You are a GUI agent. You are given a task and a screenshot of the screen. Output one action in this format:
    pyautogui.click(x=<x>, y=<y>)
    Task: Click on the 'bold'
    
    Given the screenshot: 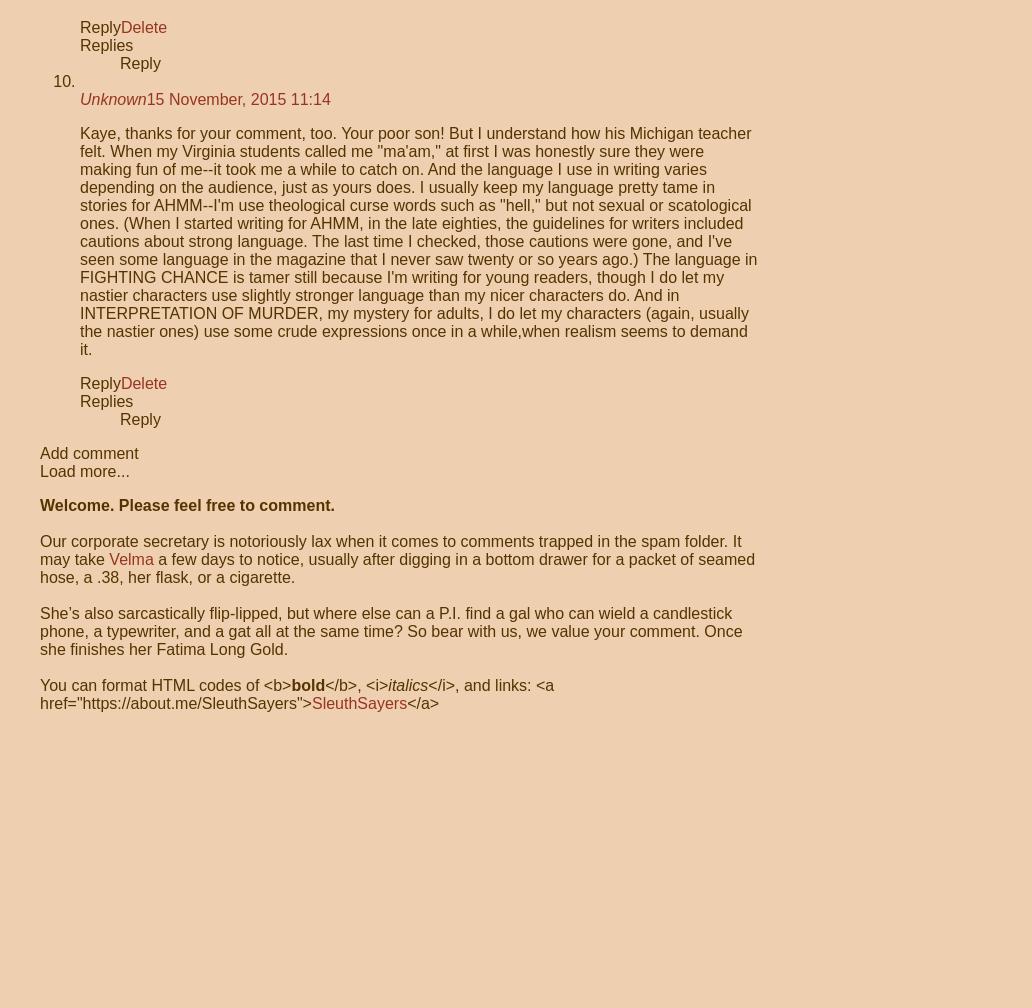 What is the action you would take?
    pyautogui.click(x=291, y=685)
    